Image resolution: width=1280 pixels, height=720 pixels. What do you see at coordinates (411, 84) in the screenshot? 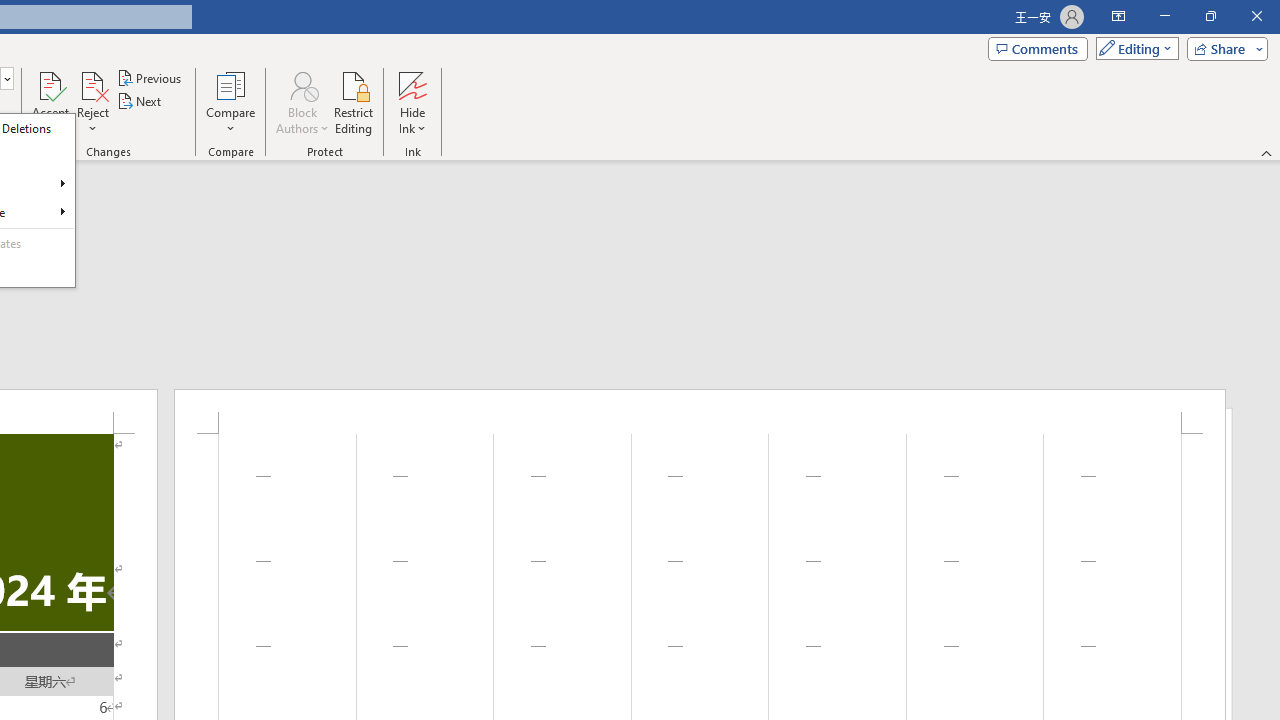
I see `'Hide Ink'` at bounding box center [411, 84].